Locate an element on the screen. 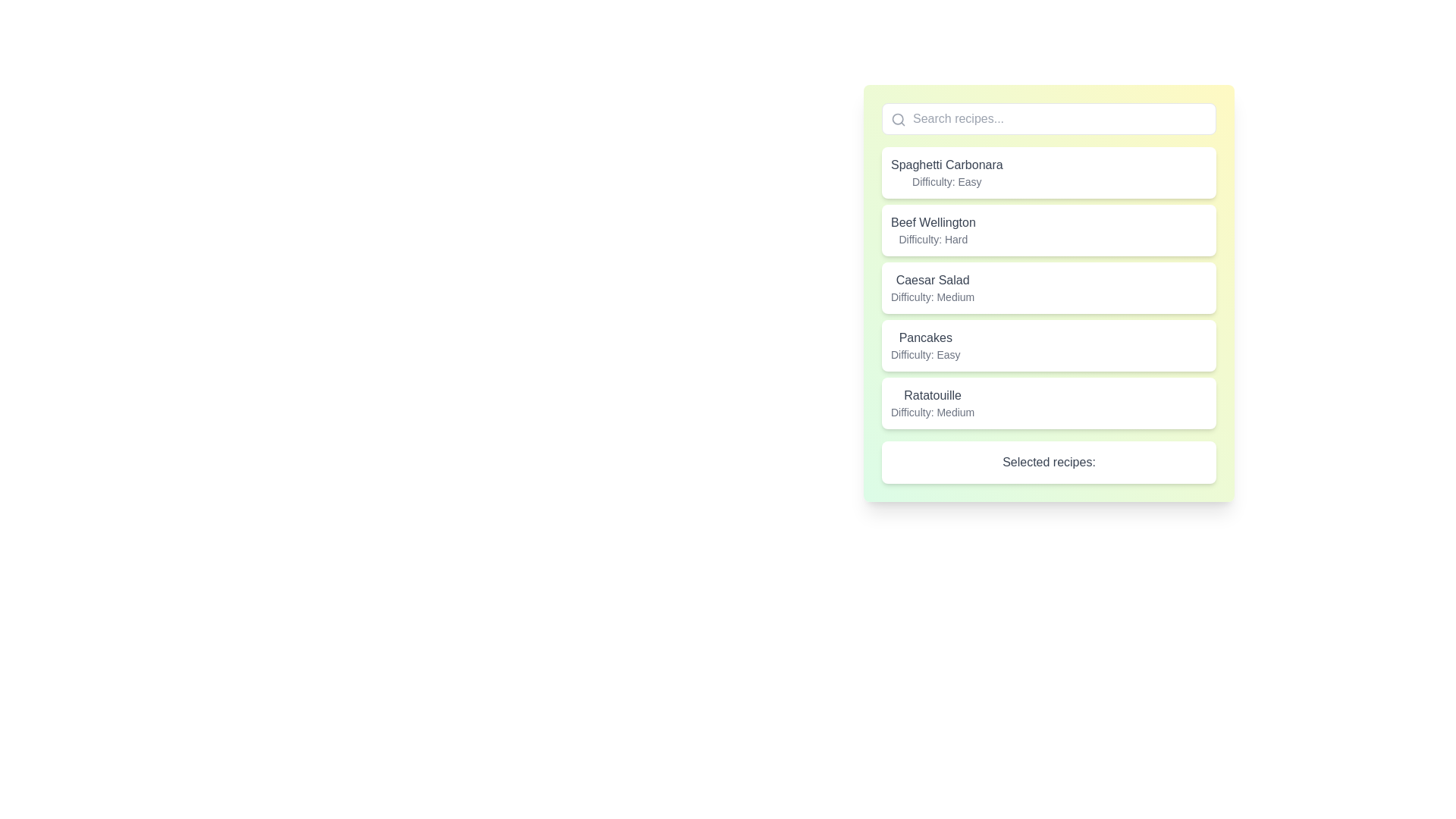  the recipe list item for 'Caesar Salad', the third entry is located at coordinates (1048, 288).